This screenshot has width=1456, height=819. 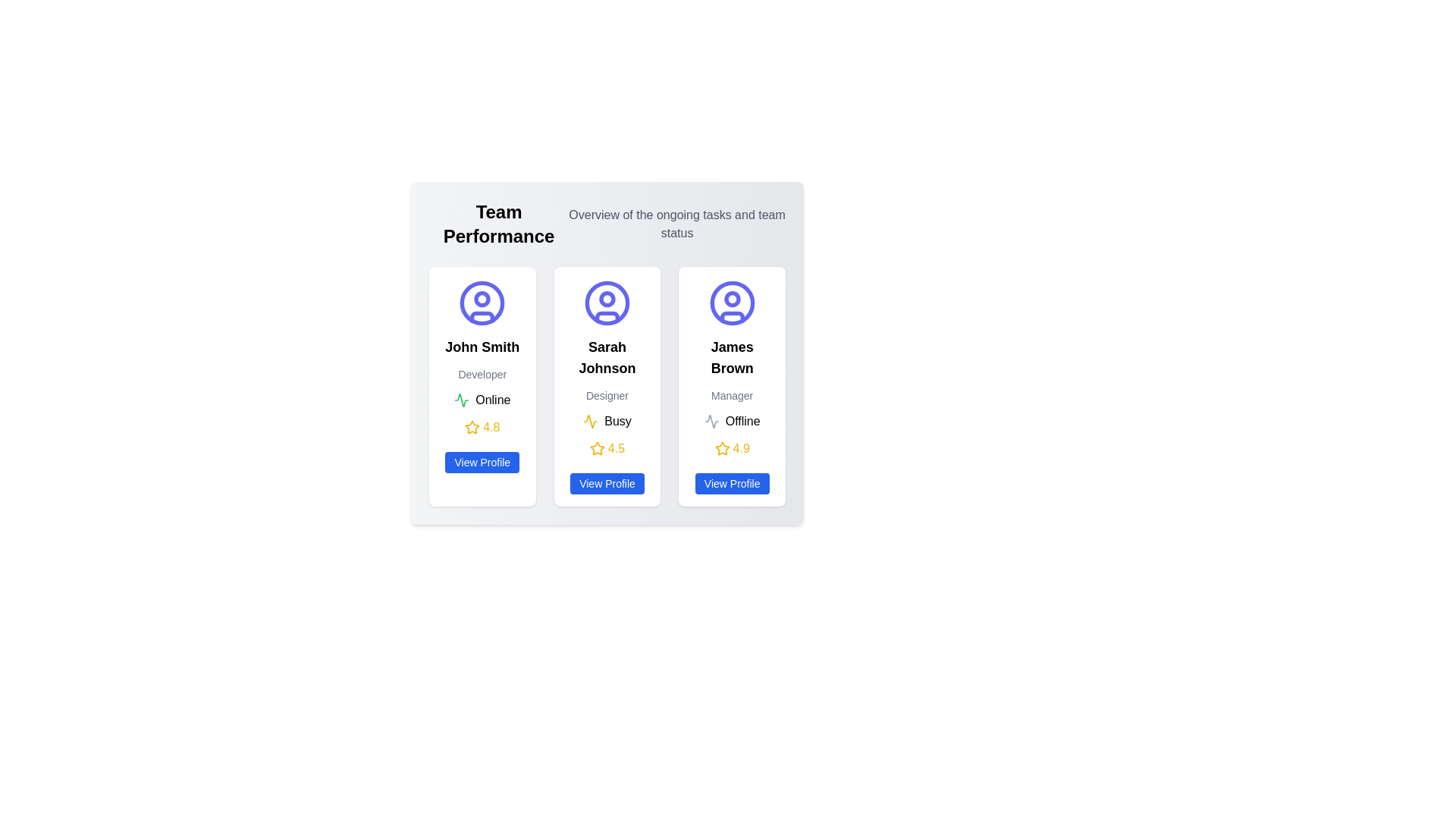 What do you see at coordinates (732, 421) in the screenshot?
I see `the Status indicator for user 'James Brown' which displays 'Offline' located below the title 'Manager' and above the rating information '4.9'` at bounding box center [732, 421].